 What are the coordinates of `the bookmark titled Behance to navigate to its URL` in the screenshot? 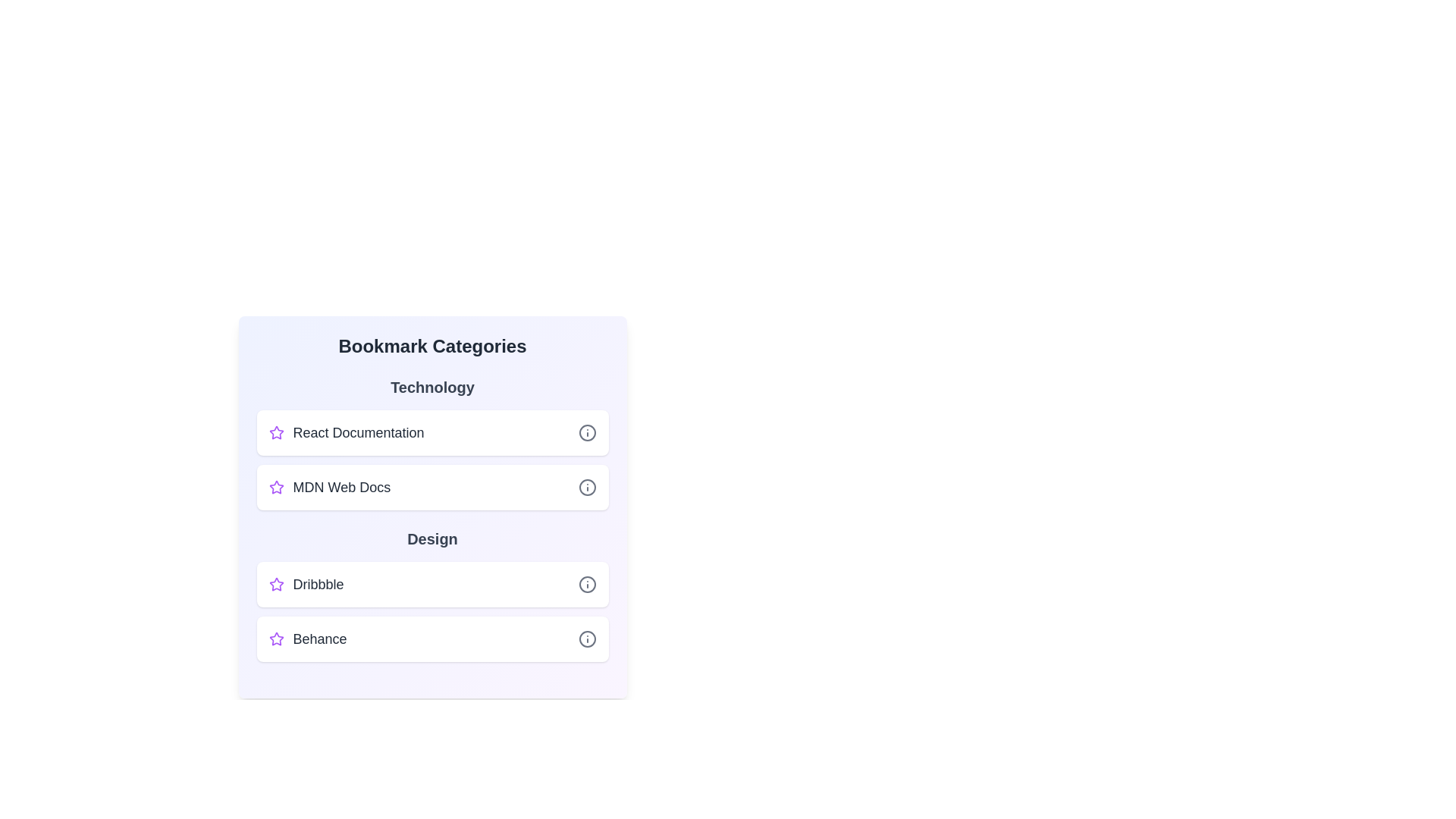 It's located at (319, 639).